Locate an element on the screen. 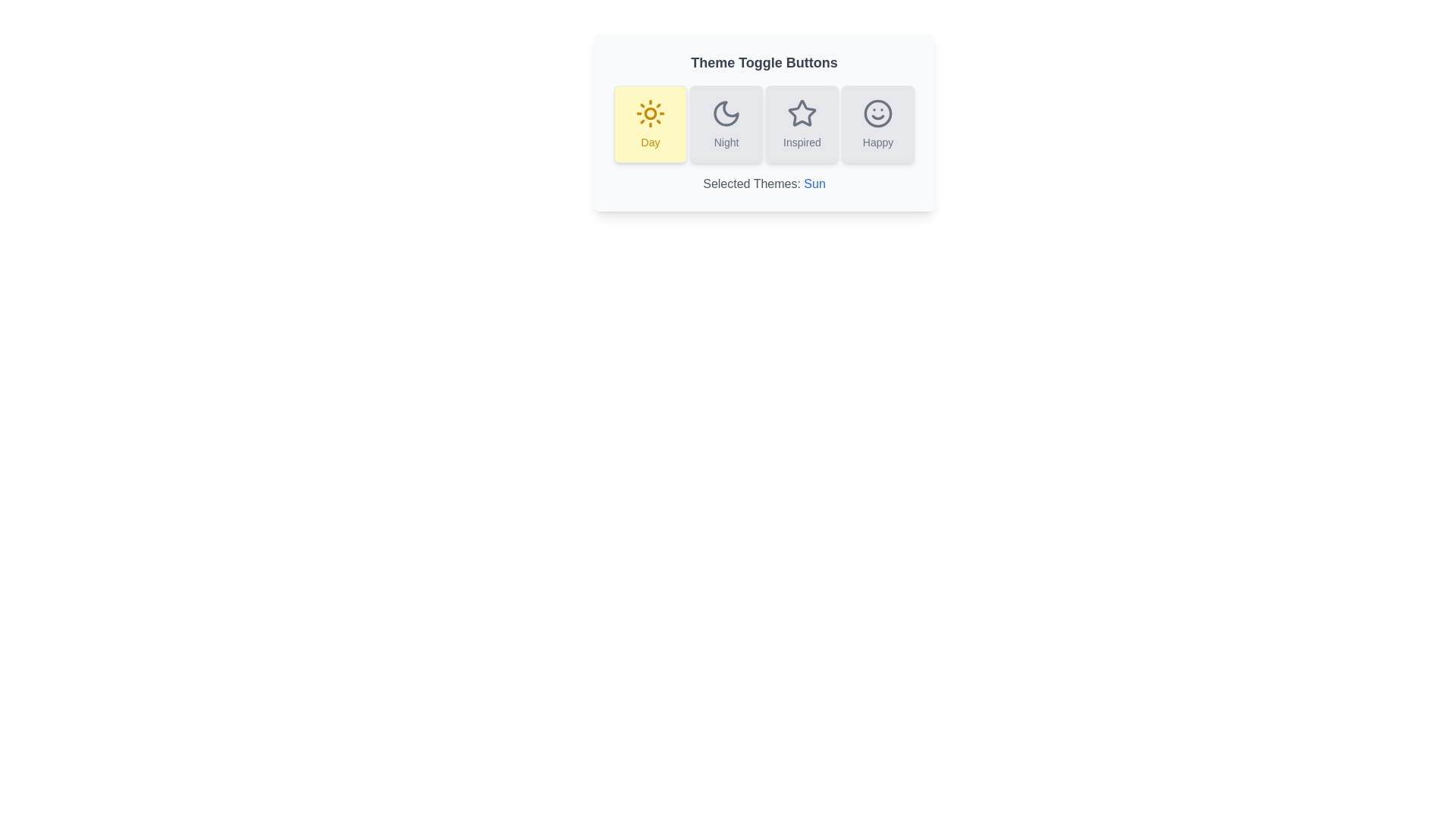 This screenshot has height=819, width=1456. the circular shape that forms the primary outline of the smiley face icon within the 'Happy' theme toggle button is located at coordinates (877, 113).